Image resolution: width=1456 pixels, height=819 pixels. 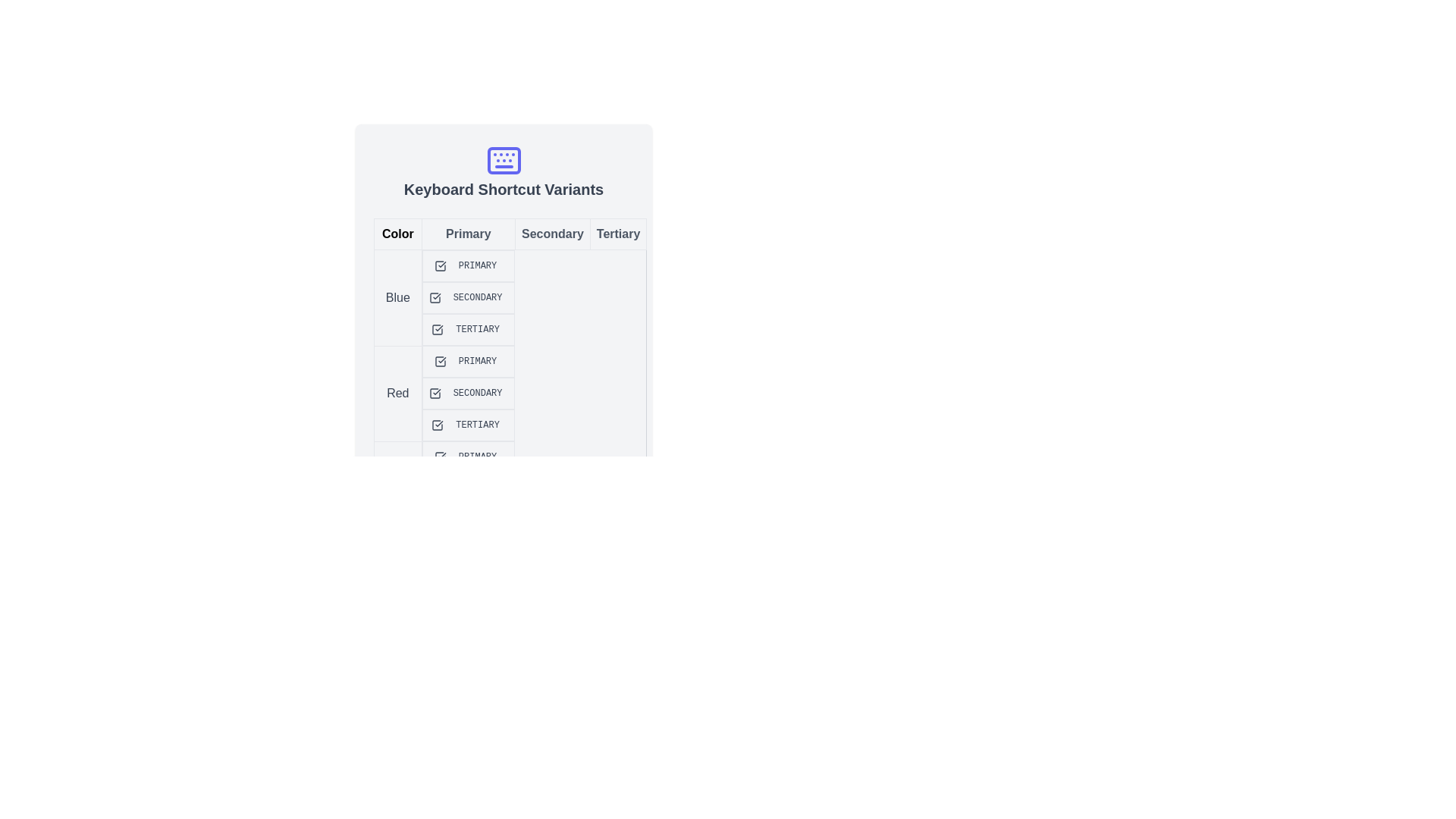 What do you see at coordinates (397, 297) in the screenshot?
I see `text displayed in the Text Label that shows 'Blue', located in the first row under the 'Color' column in a table-like structure` at bounding box center [397, 297].